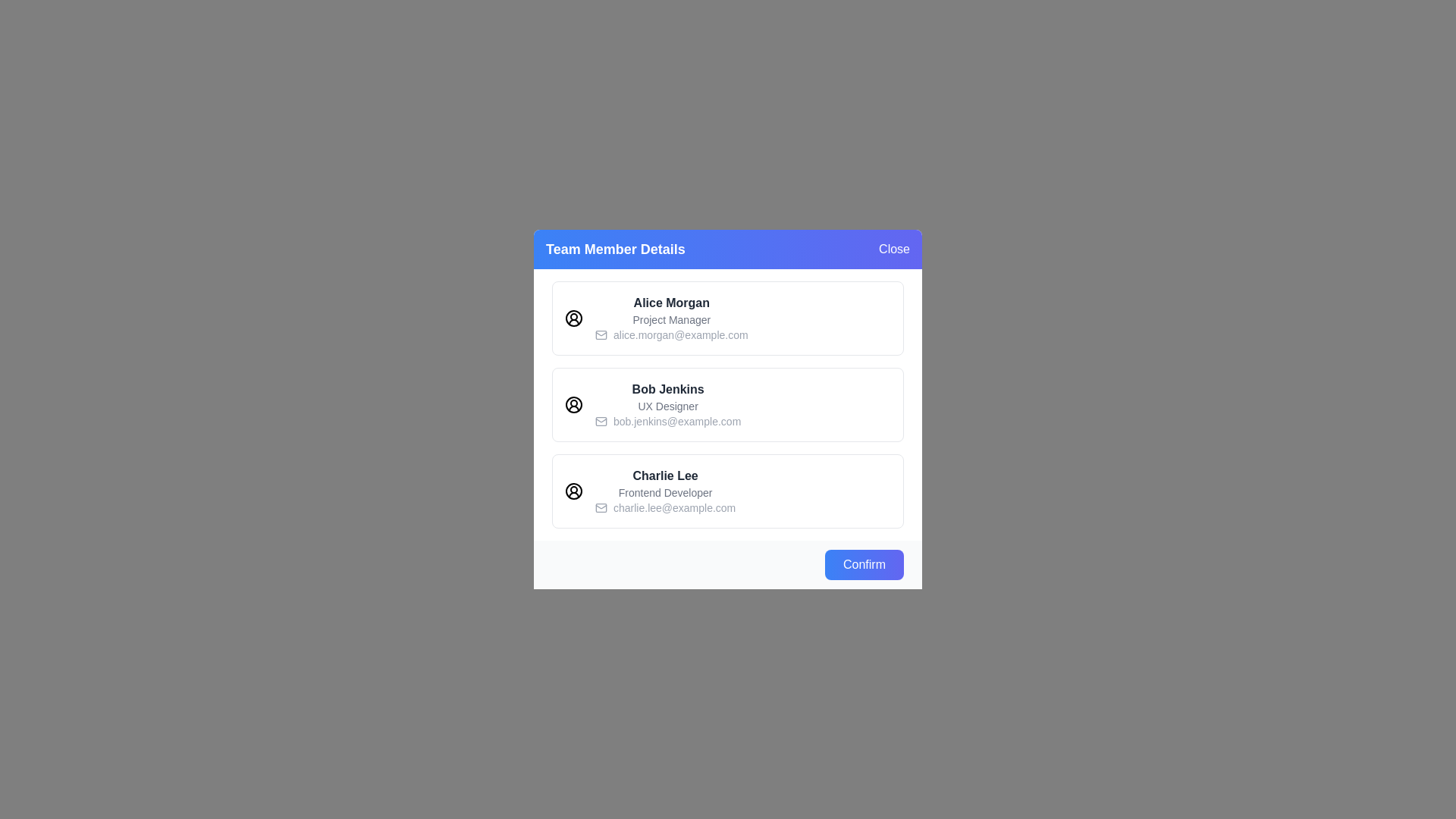 This screenshot has width=1456, height=819. What do you see at coordinates (665, 493) in the screenshot?
I see `static text label displaying 'Frontend Developer' in gray font, located beneath 'Charlie Lee' within the 'Team Member Details' dialog box` at bounding box center [665, 493].